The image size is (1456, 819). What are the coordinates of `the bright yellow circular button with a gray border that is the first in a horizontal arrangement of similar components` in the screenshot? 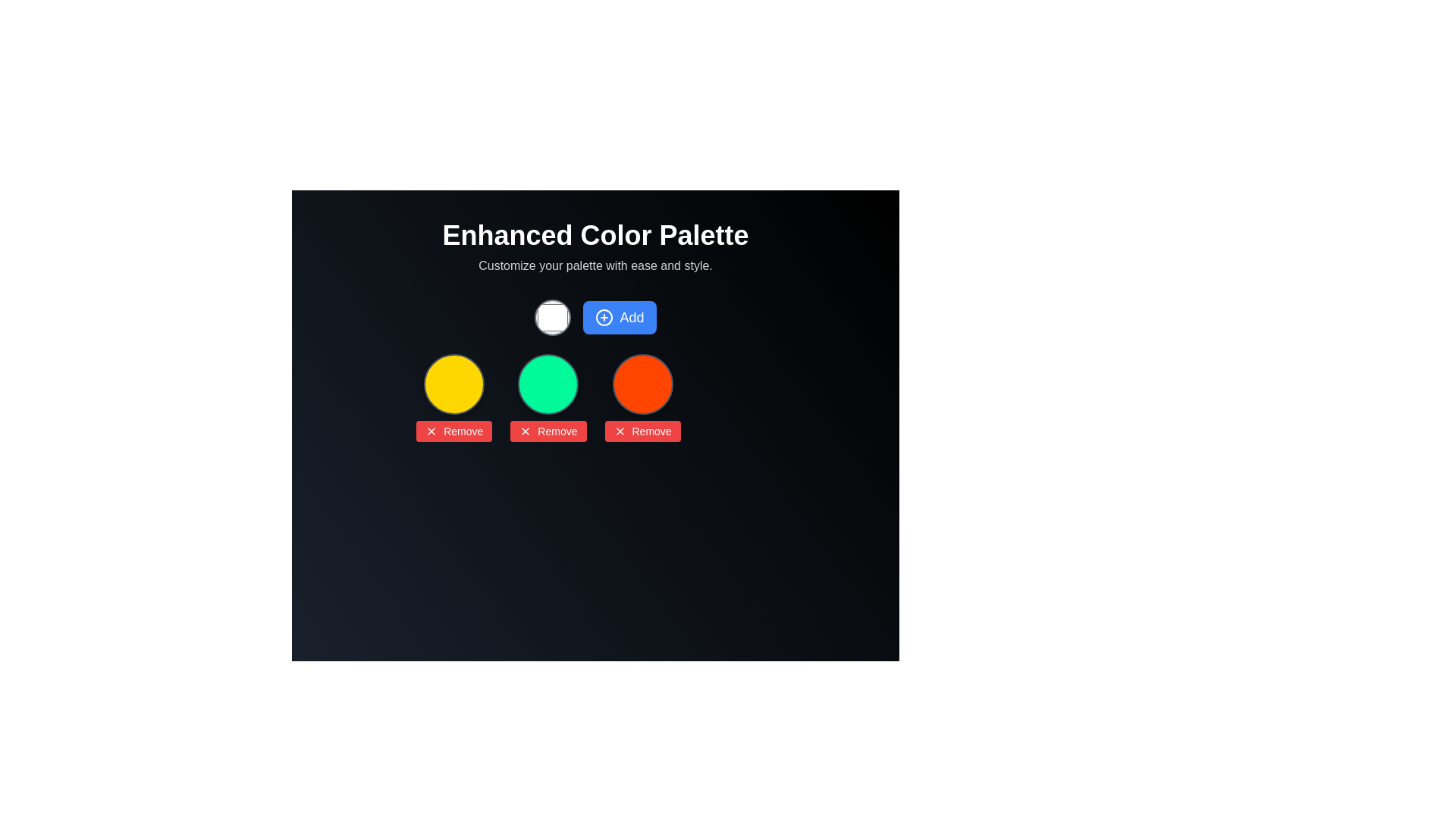 It's located at (453, 383).